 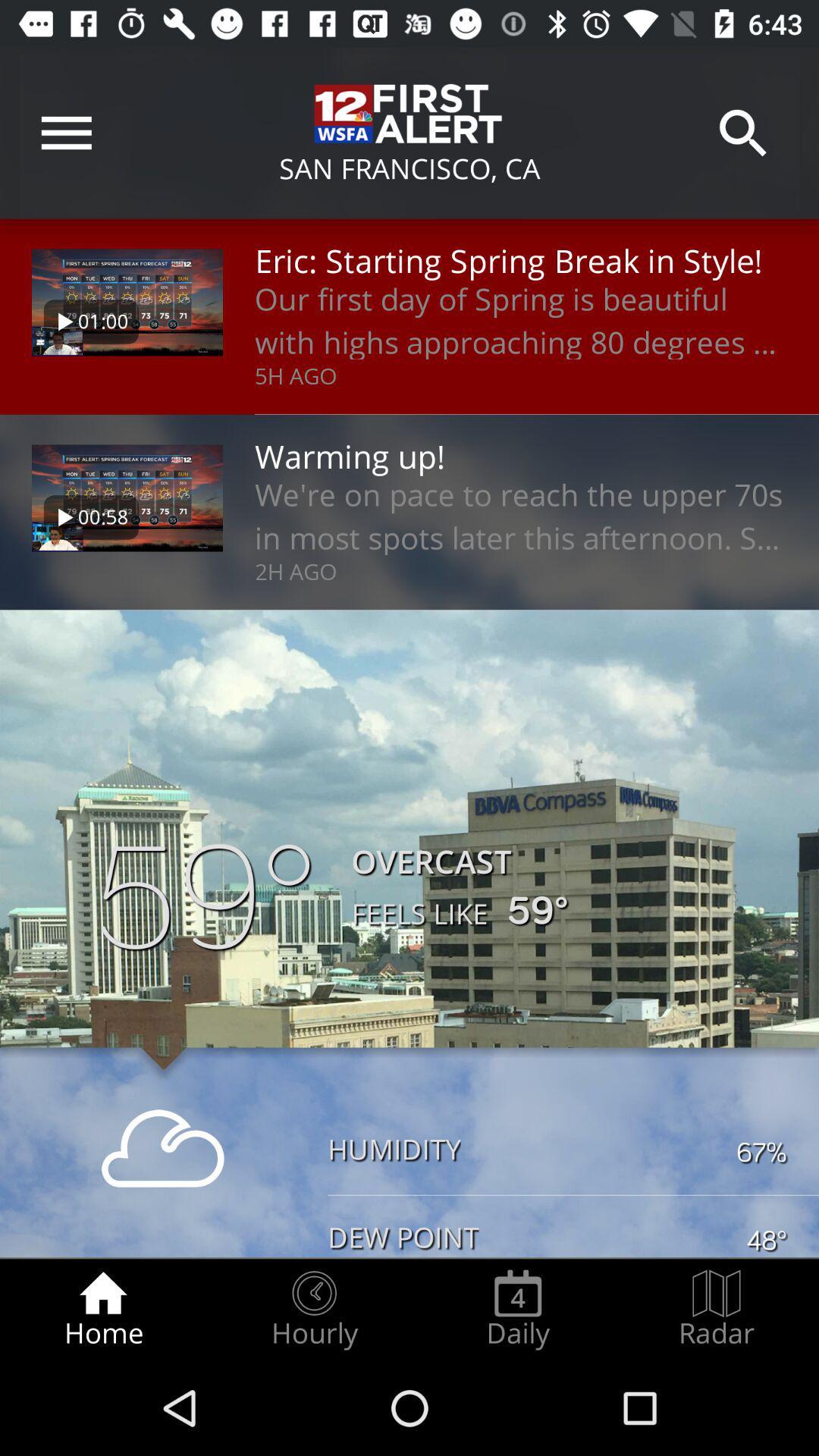 What do you see at coordinates (717, 1309) in the screenshot?
I see `icon next to daily icon` at bounding box center [717, 1309].